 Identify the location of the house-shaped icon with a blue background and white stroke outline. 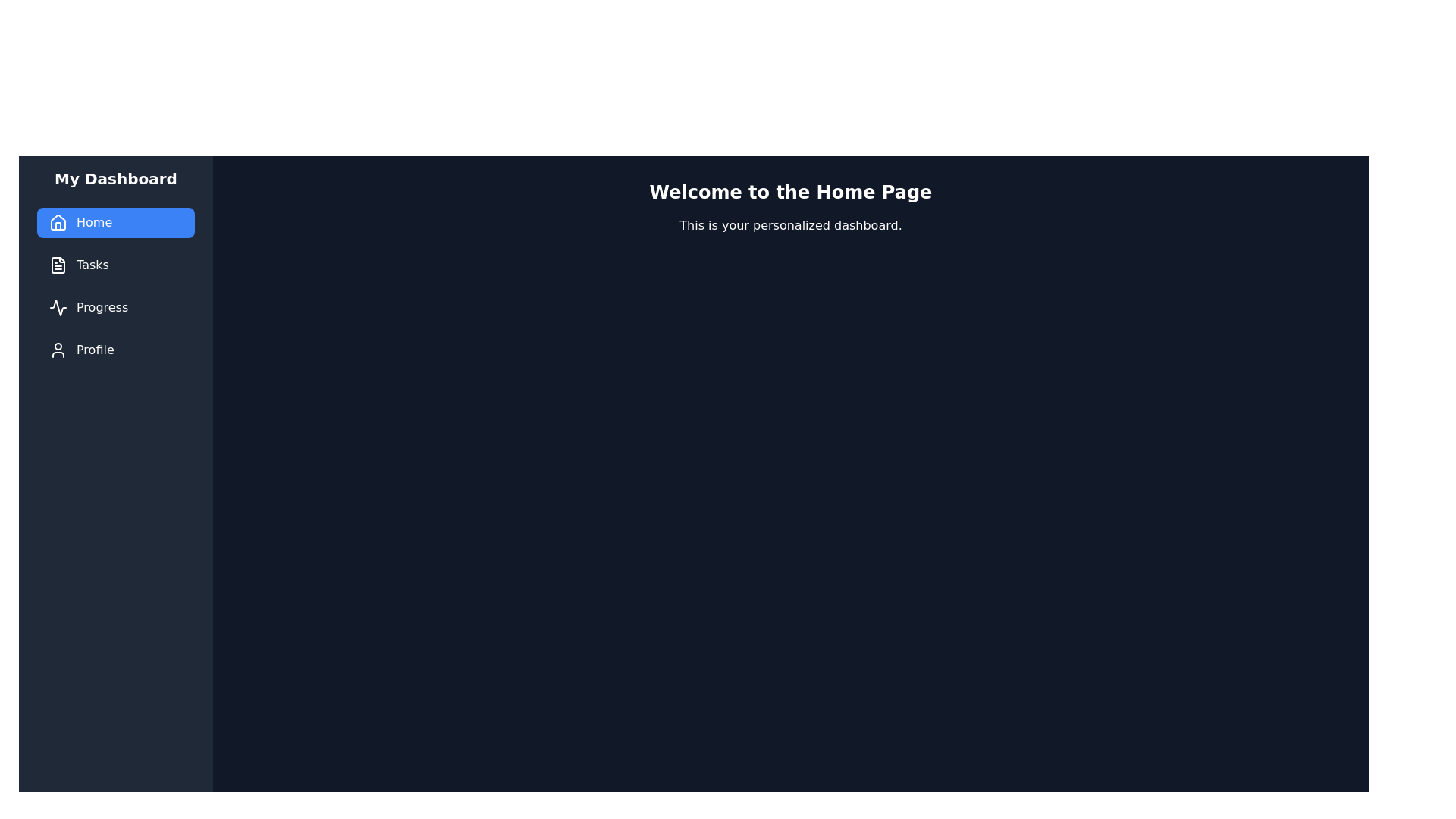
(58, 222).